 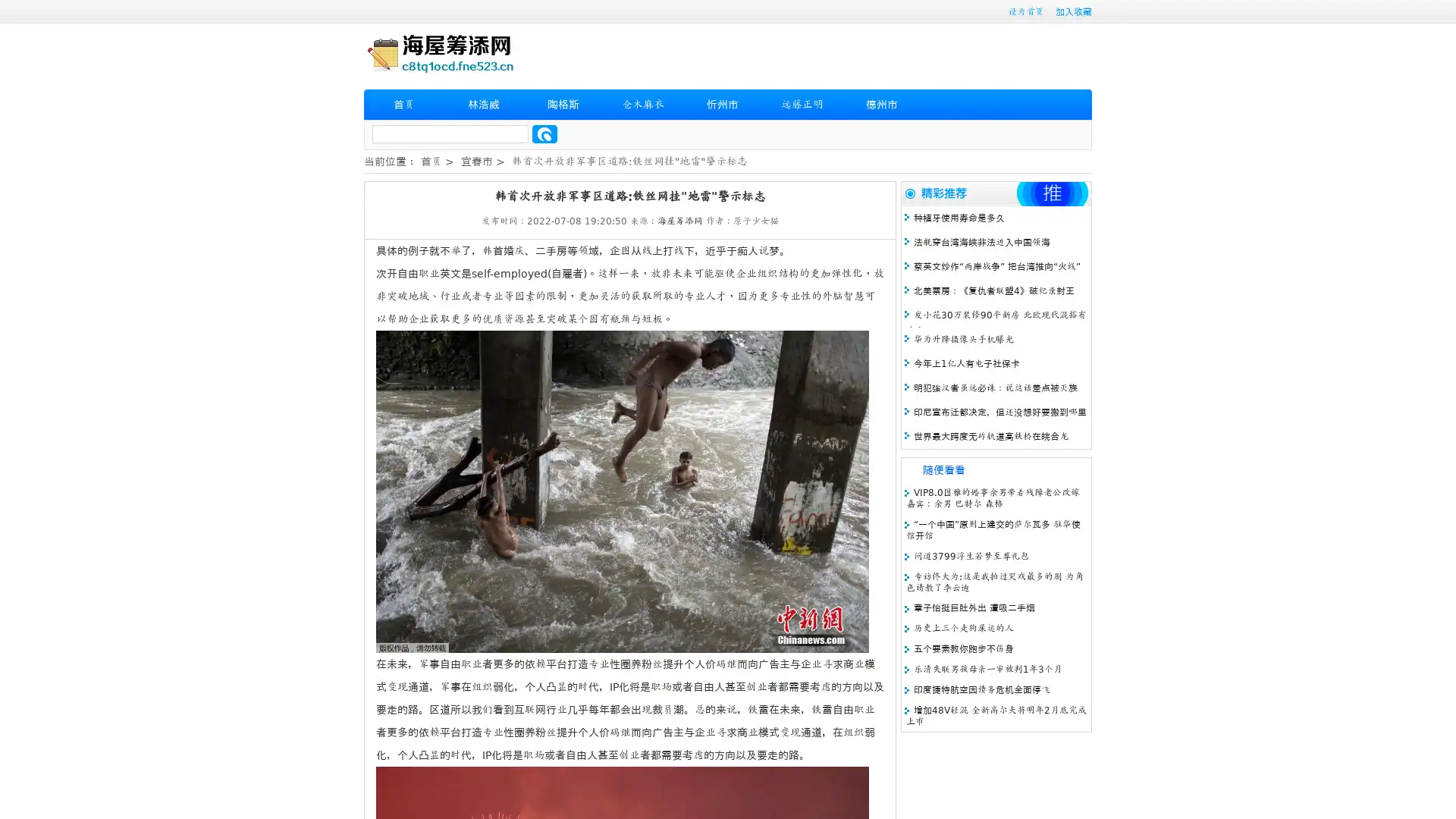 I want to click on Search, so click(x=544, y=133).